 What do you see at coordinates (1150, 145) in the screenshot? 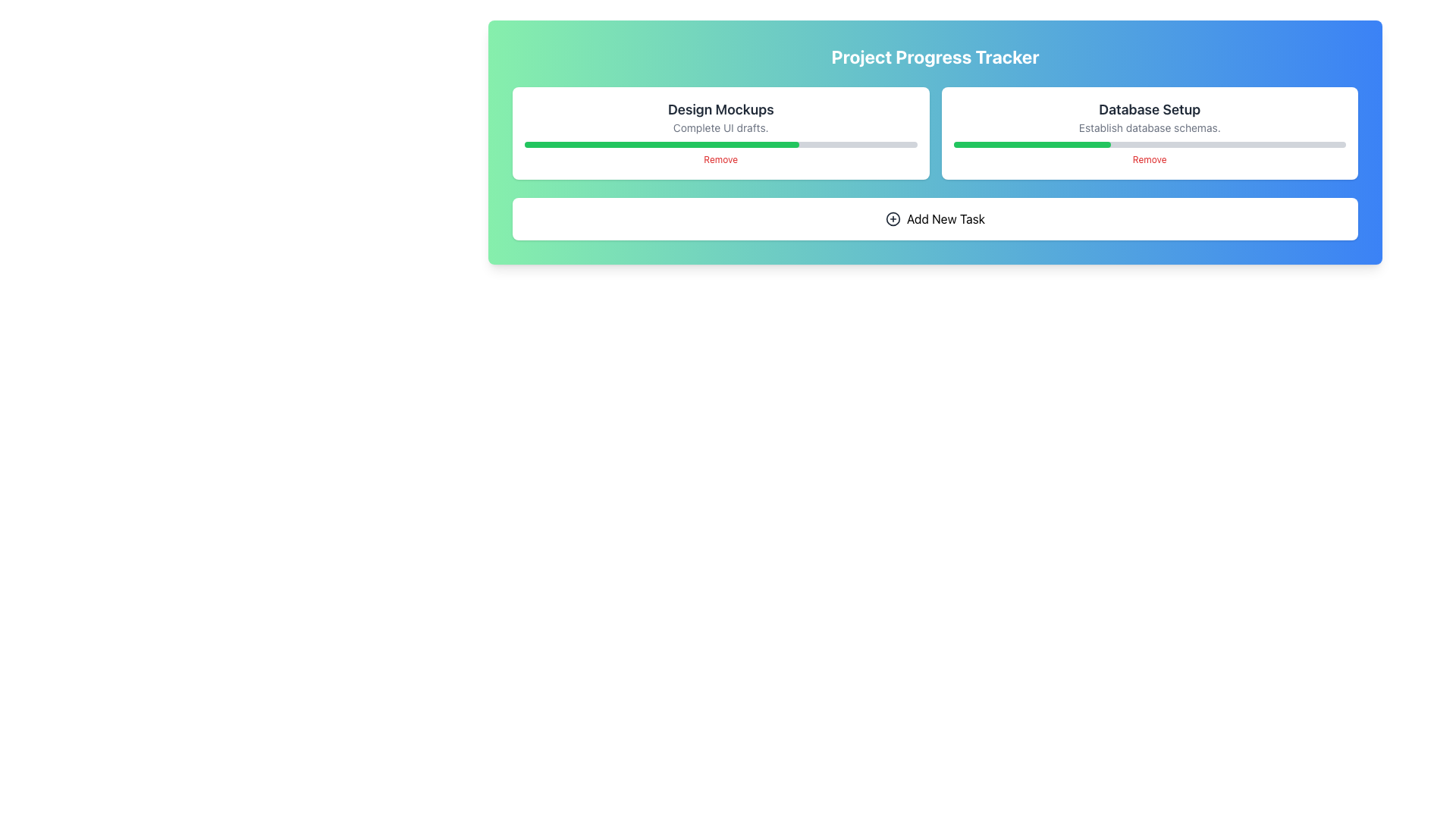
I see `the progress bar representing 40% completion under the 'Establish database schemas.' subheading in the 'Database Setup' card` at bounding box center [1150, 145].